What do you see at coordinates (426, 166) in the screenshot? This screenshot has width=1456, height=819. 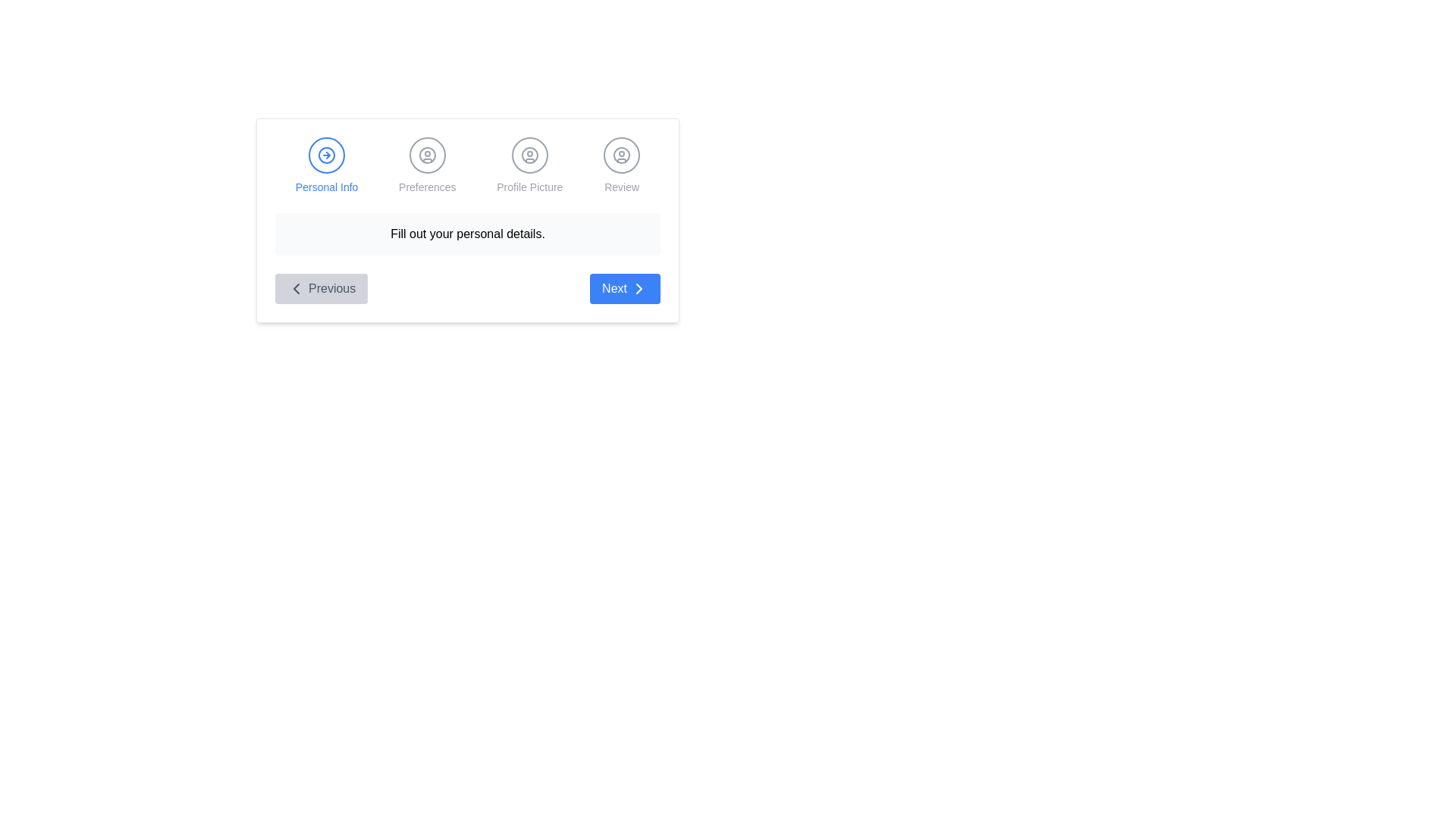 I see `the 'Preferences' navigation item, which is represented by a circular icon with a user silhouette and is located in the second position of the horizontal navigation bar` at bounding box center [426, 166].